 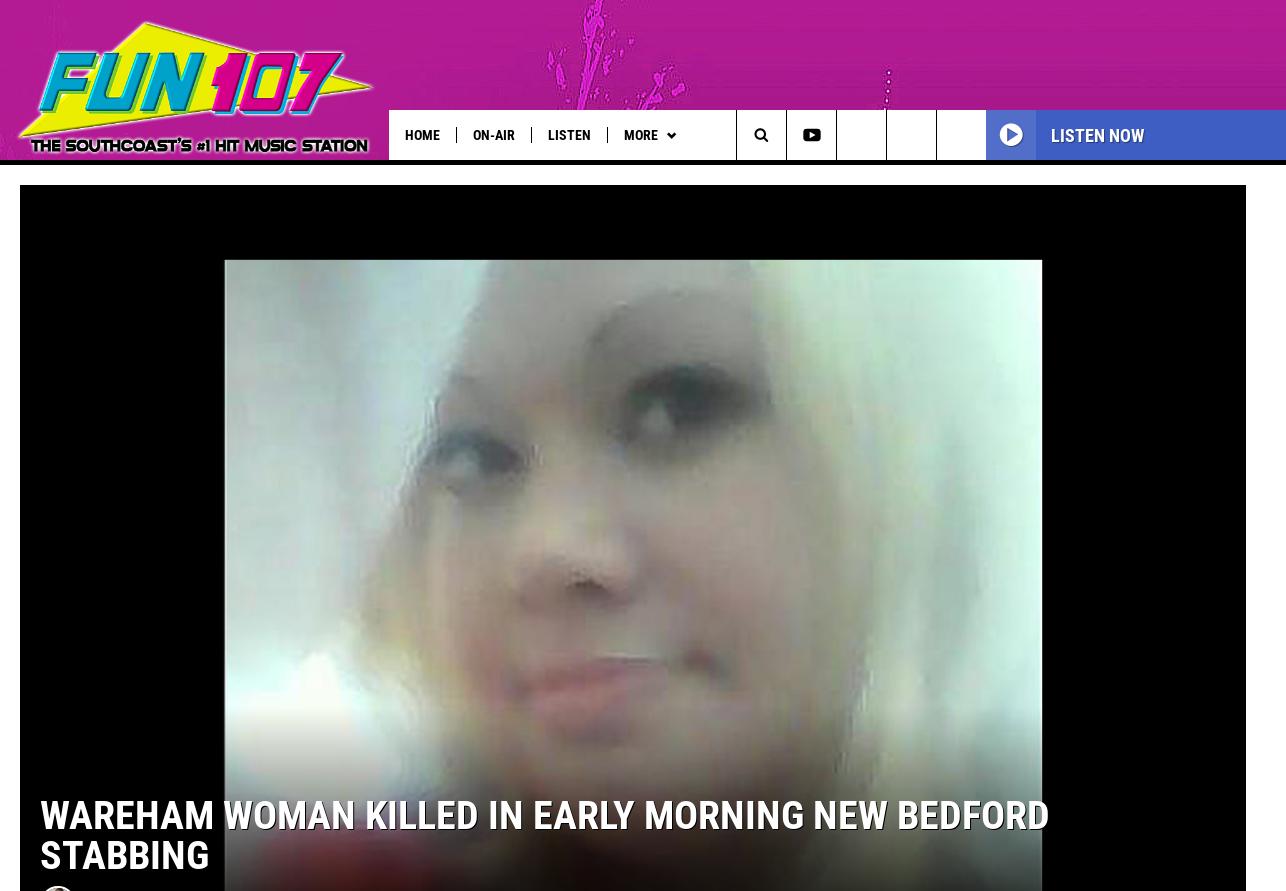 What do you see at coordinates (492, 133) in the screenshot?
I see `'On-Air'` at bounding box center [492, 133].